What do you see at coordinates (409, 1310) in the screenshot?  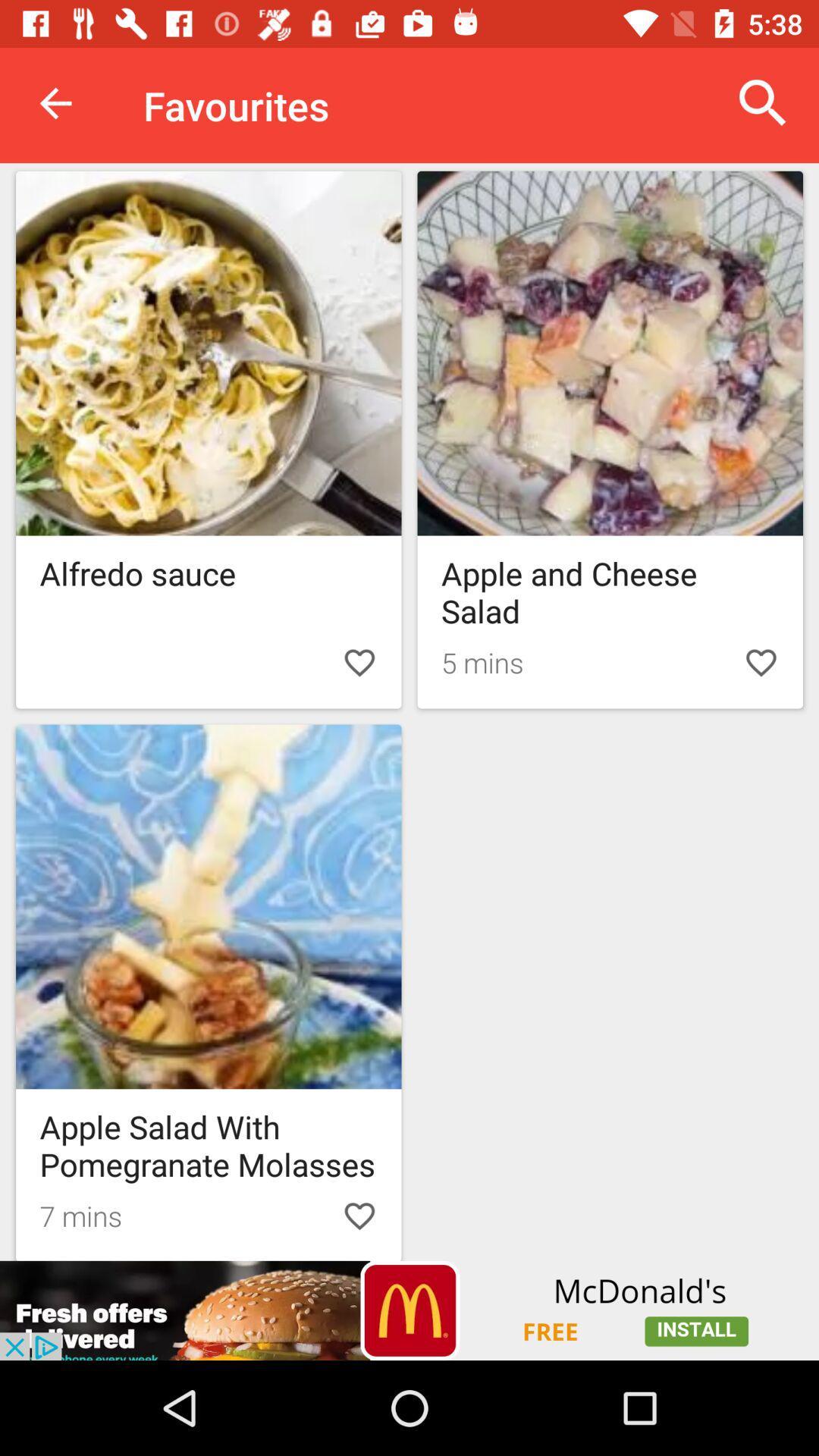 I see `advertisement 's website` at bounding box center [409, 1310].